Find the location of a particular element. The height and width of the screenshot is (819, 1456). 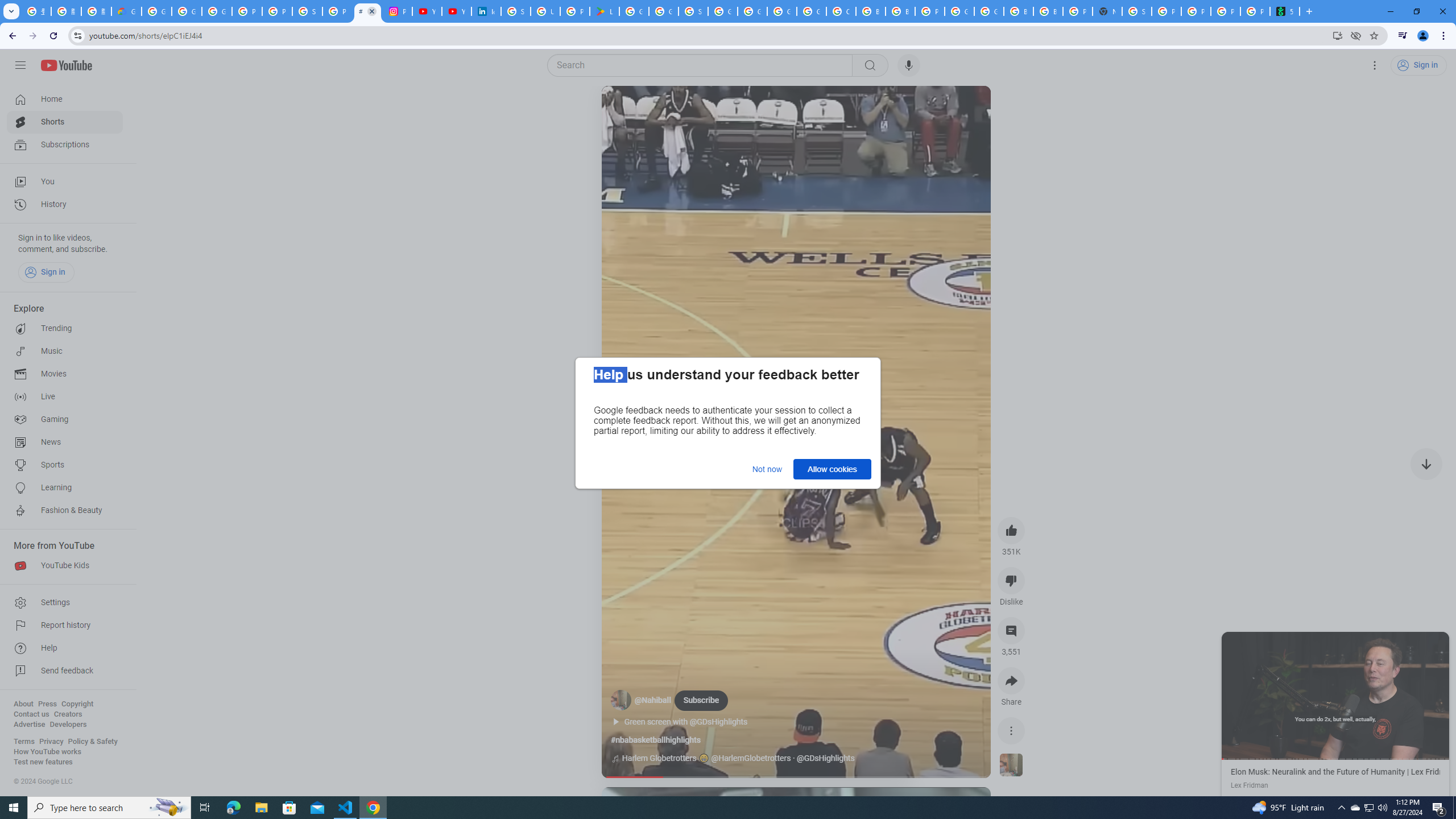

'YouTube Culture & Trends - On The Rise: Handcam Videos' is located at coordinates (427, 11).